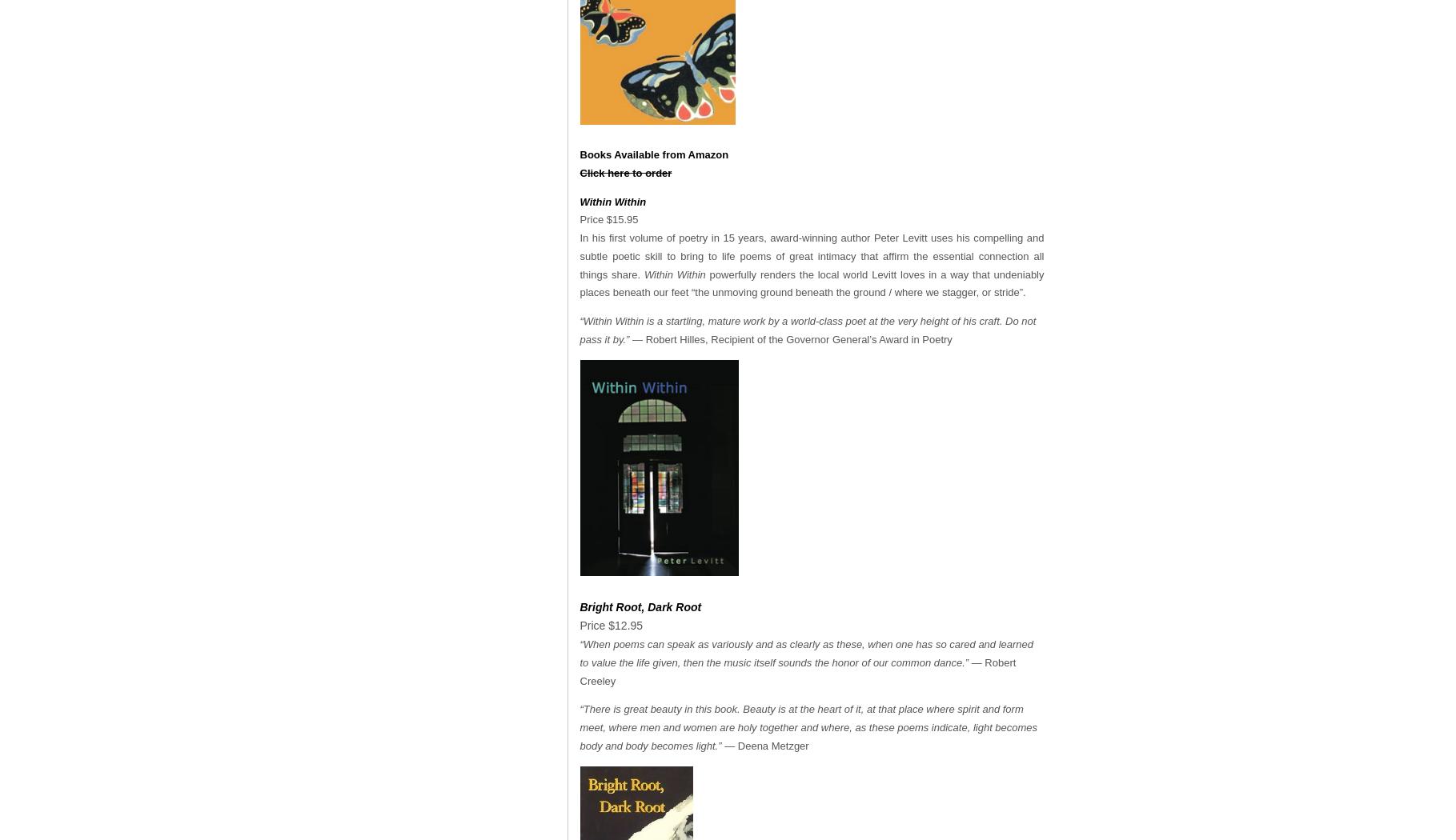 The width and height of the screenshot is (1456, 840). What do you see at coordinates (579, 606) in the screenshot?
I see `'Bright Root, Dark Root'` at bounding box center [579, 606].